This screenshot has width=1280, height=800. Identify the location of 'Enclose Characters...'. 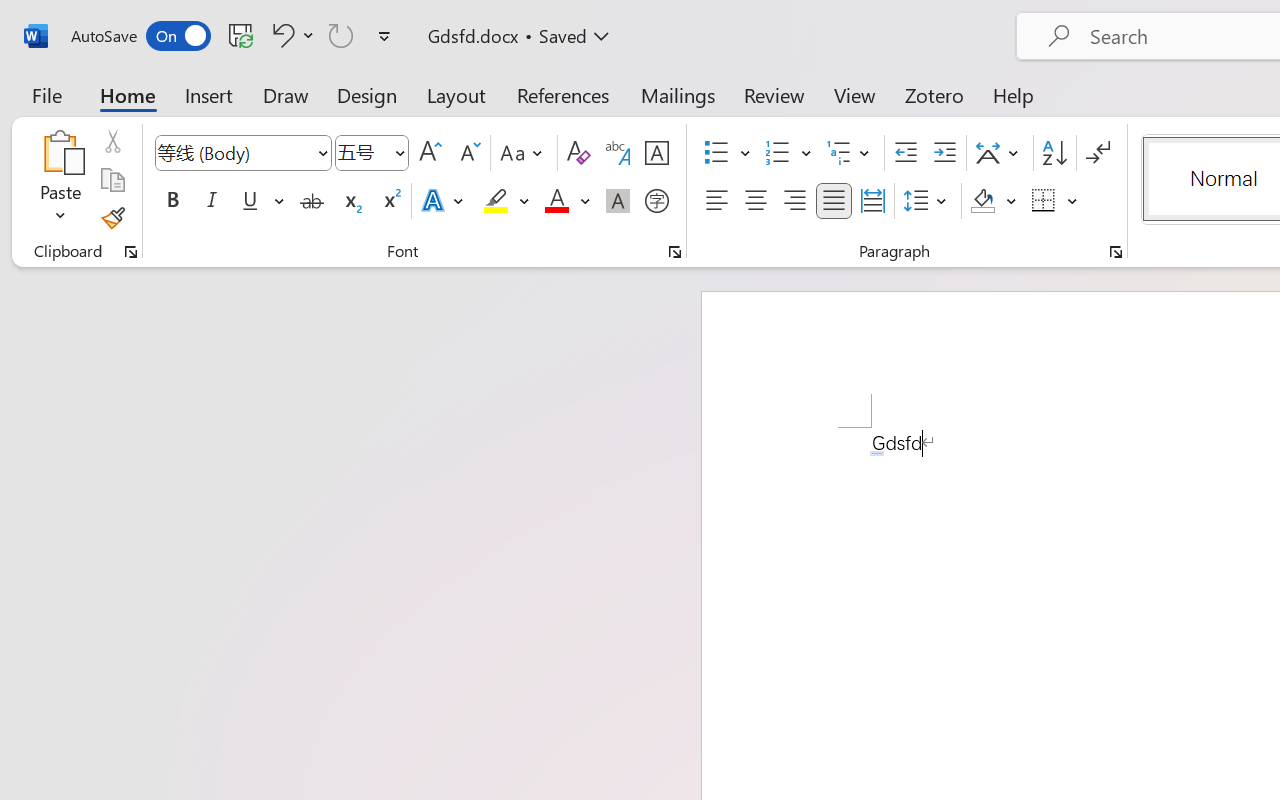
(656, 201).